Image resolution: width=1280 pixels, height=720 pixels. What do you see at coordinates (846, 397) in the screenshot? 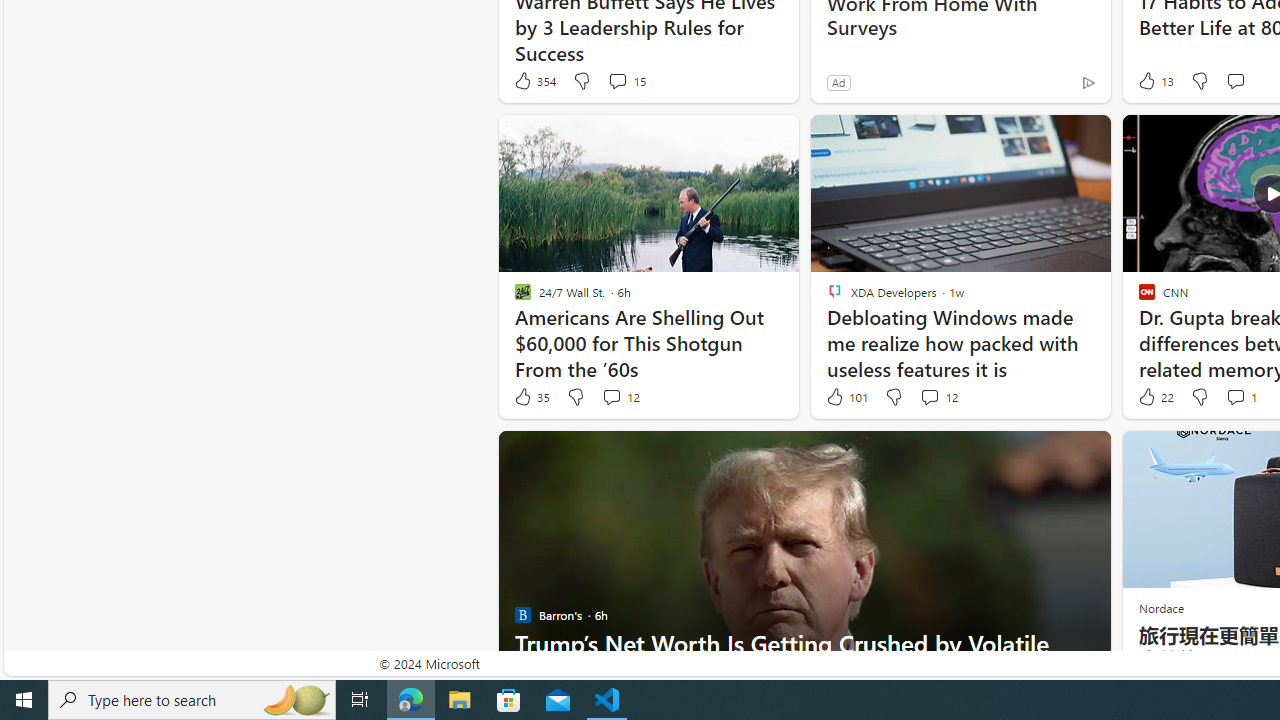
I see `'101 Like'` at bounding box center [846, 397].